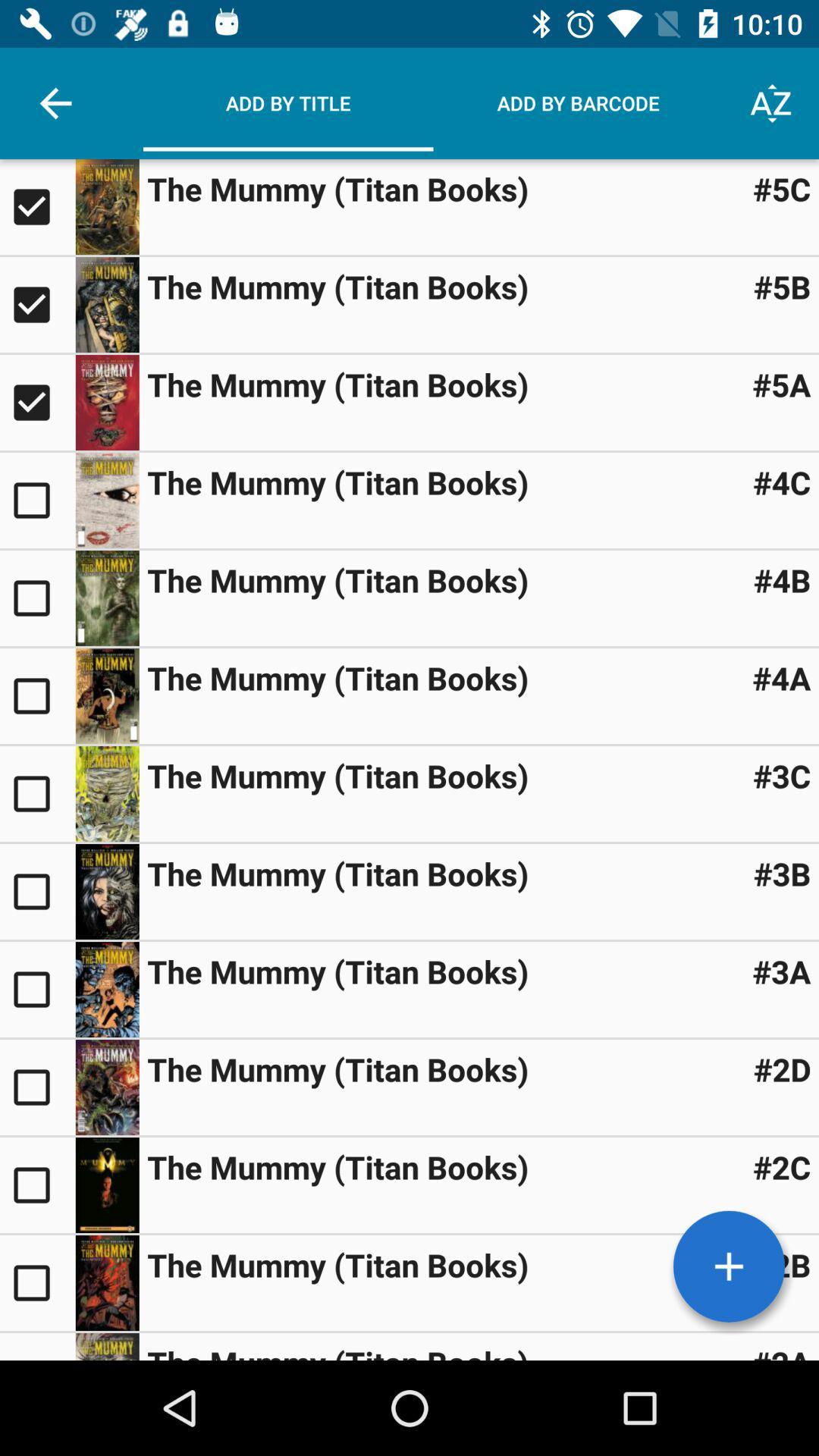  Describe the element at coordinates (36, 792) in the screenshot. I see `check box` at that location.